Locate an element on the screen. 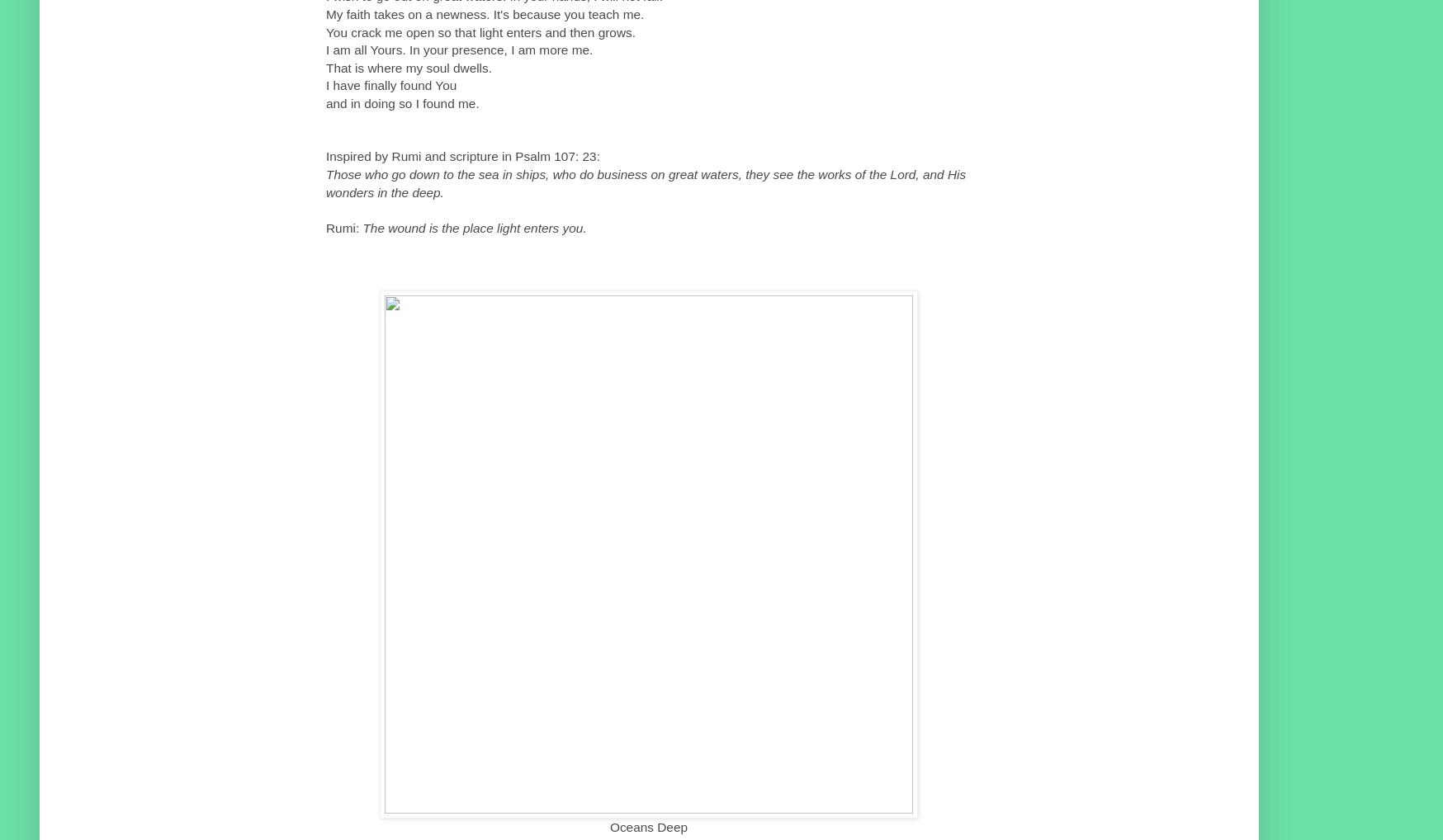  'My faith takes on a newness. It's because you teach me.' is located at coordinates (484, 12).